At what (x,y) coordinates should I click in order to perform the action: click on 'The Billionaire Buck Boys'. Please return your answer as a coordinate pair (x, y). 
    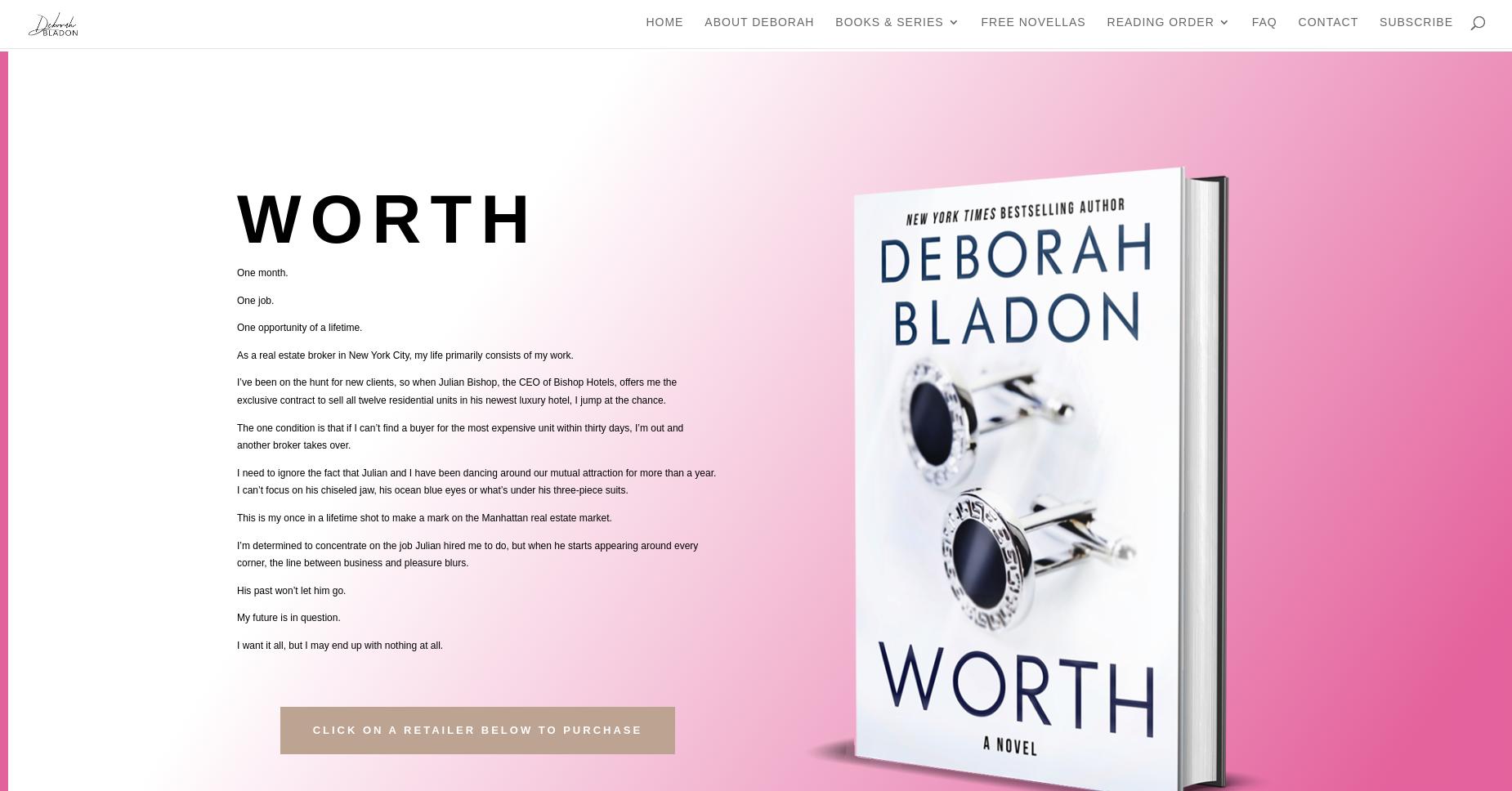
    Looking at the image, I should click on (1063, 99).